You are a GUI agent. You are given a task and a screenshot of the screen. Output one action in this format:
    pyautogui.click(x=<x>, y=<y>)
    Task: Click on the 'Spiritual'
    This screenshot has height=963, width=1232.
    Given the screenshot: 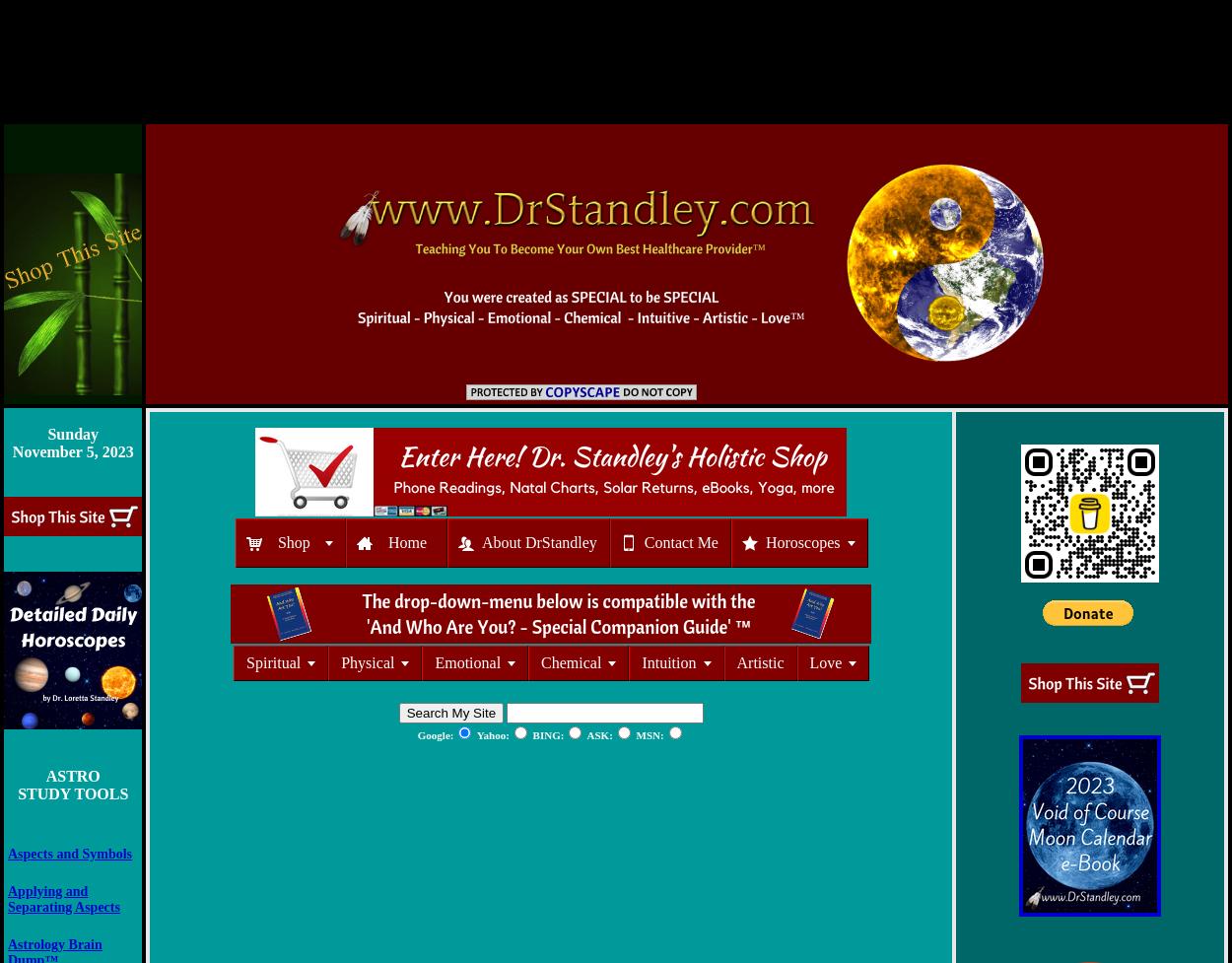 What is the action you would take?
    pyautogui.click(x=273, y=662)
    